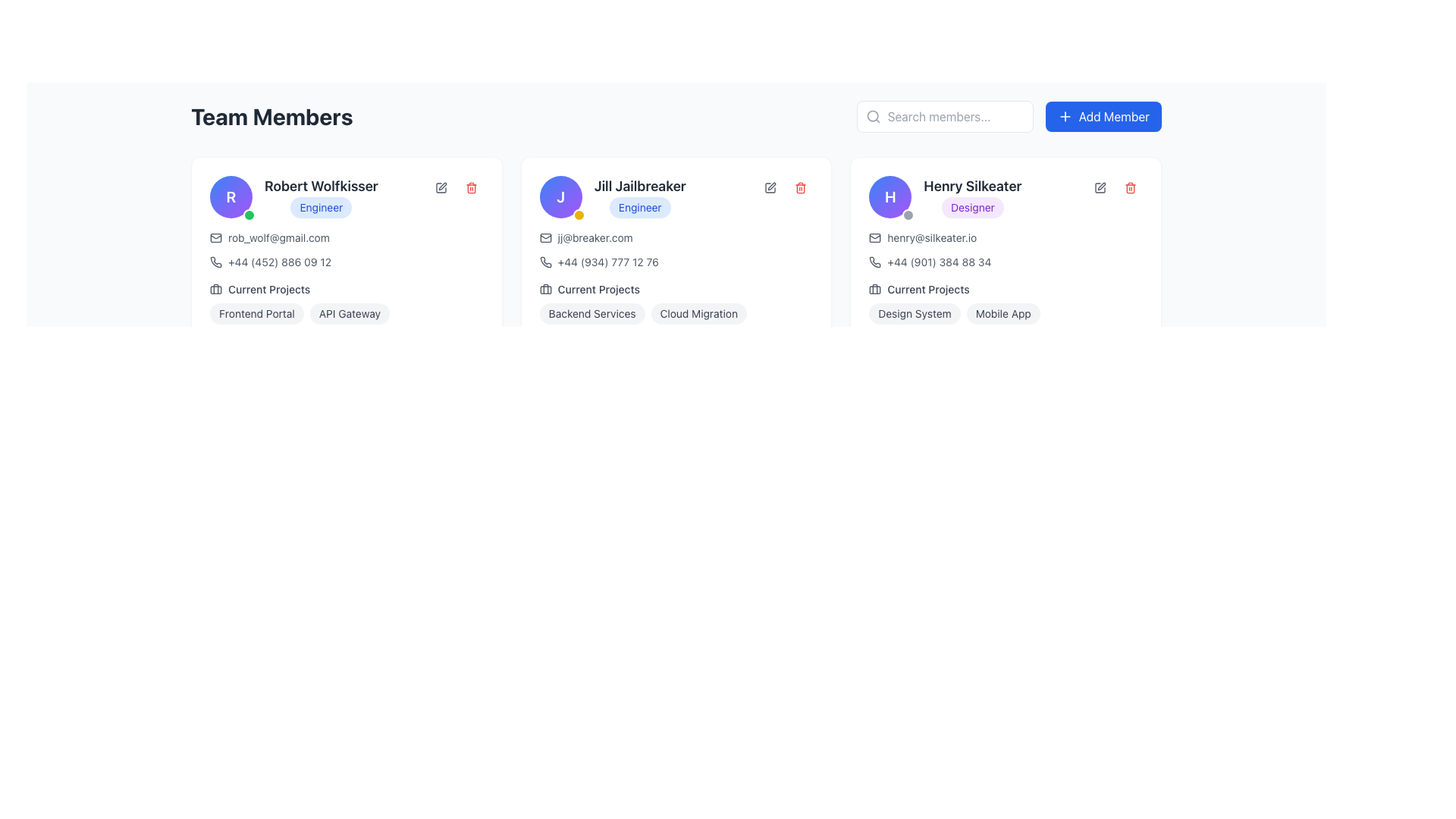 The width and height of the screenshot is (1456, 819). I want to click on the name section 'Henry Silkeater' in the Profile header section, which is located at the top of the third column in the 'Team Members' layout, so click(944, 196).